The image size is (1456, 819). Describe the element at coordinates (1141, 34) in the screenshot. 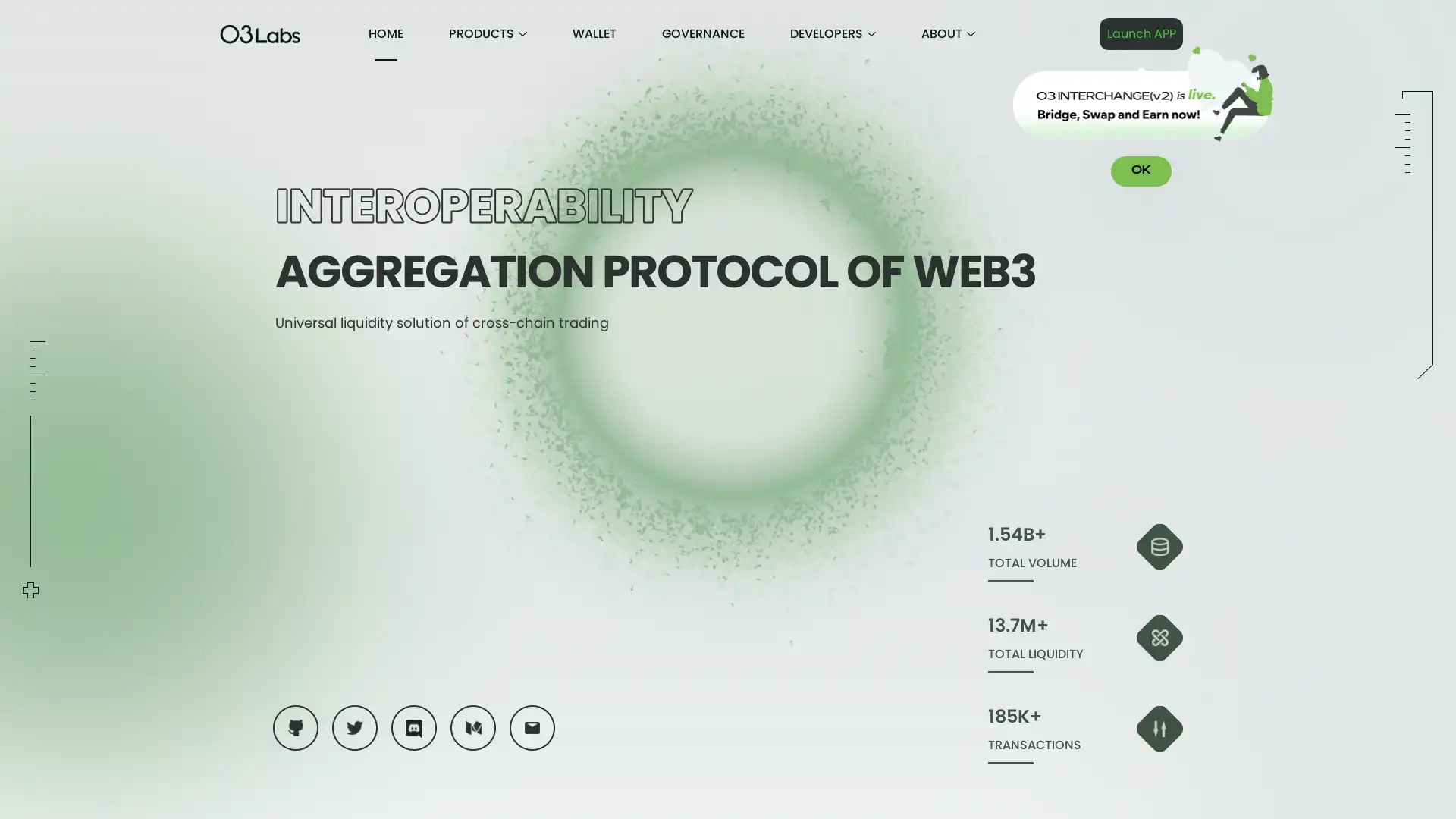

I see `Launch APP` at that location.